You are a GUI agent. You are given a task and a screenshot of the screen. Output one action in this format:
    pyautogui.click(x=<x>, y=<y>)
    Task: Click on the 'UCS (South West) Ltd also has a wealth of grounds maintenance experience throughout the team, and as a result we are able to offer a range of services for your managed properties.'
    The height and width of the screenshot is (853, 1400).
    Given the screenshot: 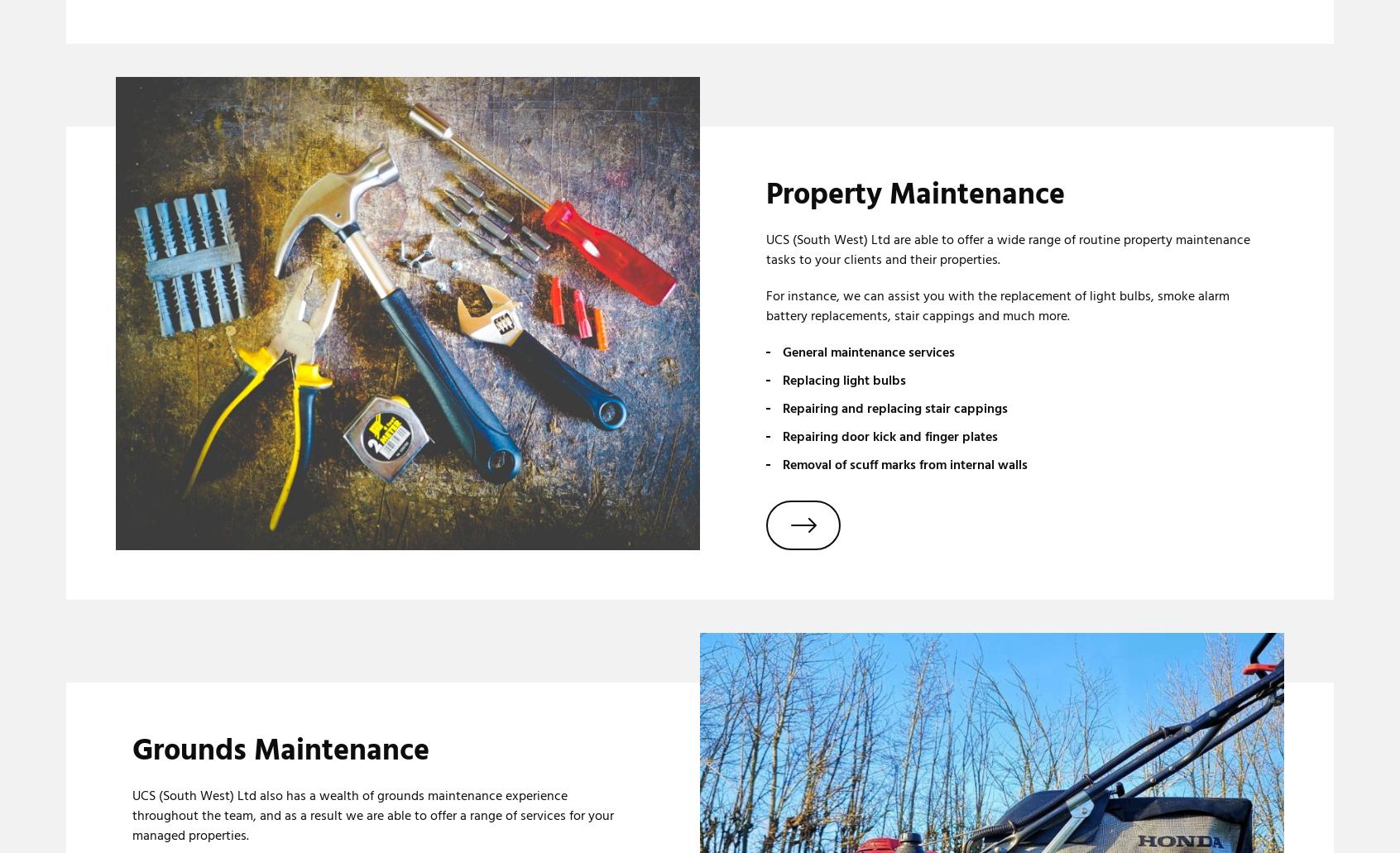 What is the action you would take?
    pyautogui.click(x=372, y=815)
    